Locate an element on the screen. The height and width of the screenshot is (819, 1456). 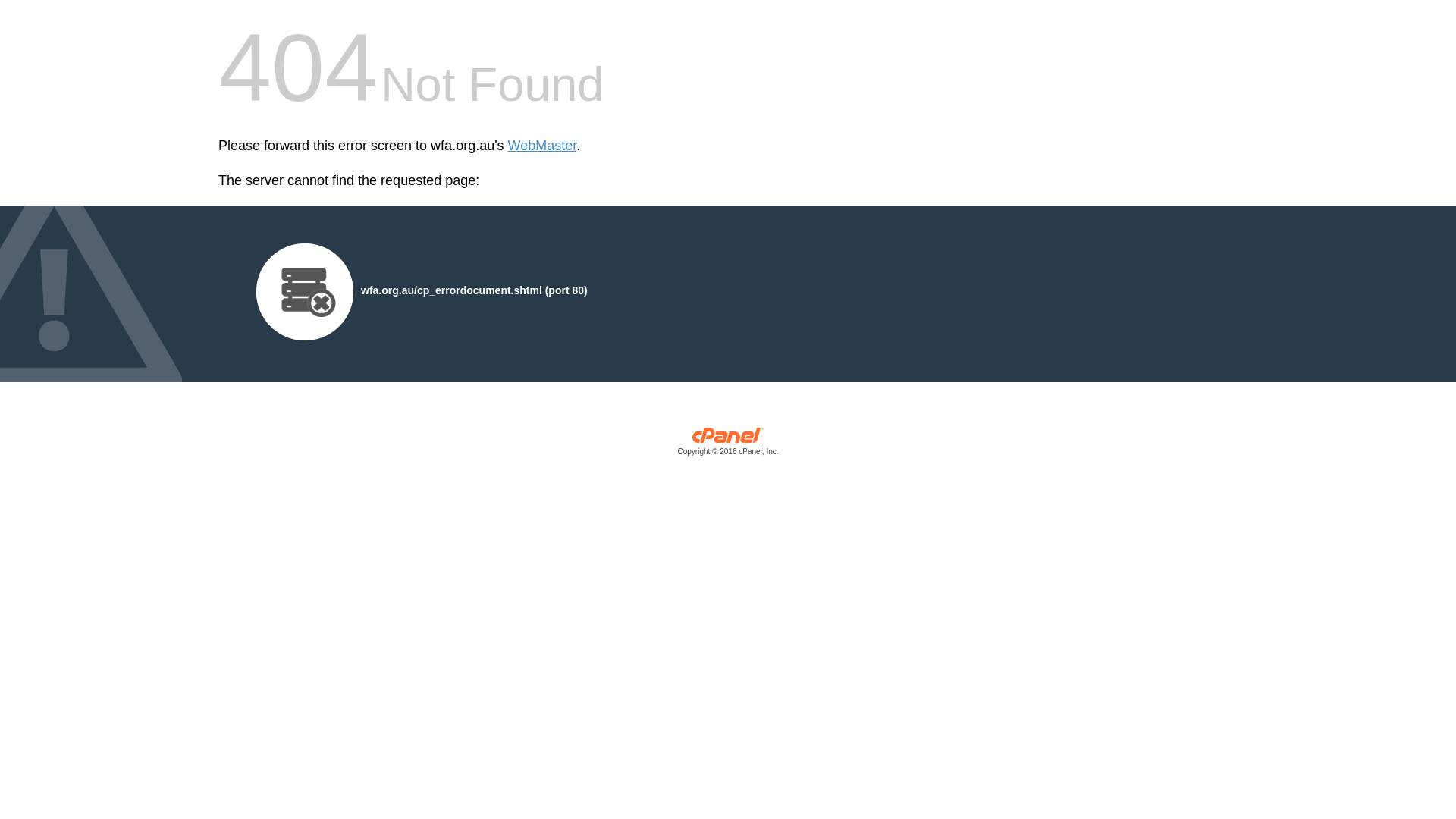
'WebMaster' is located at coordinates (542, 146).